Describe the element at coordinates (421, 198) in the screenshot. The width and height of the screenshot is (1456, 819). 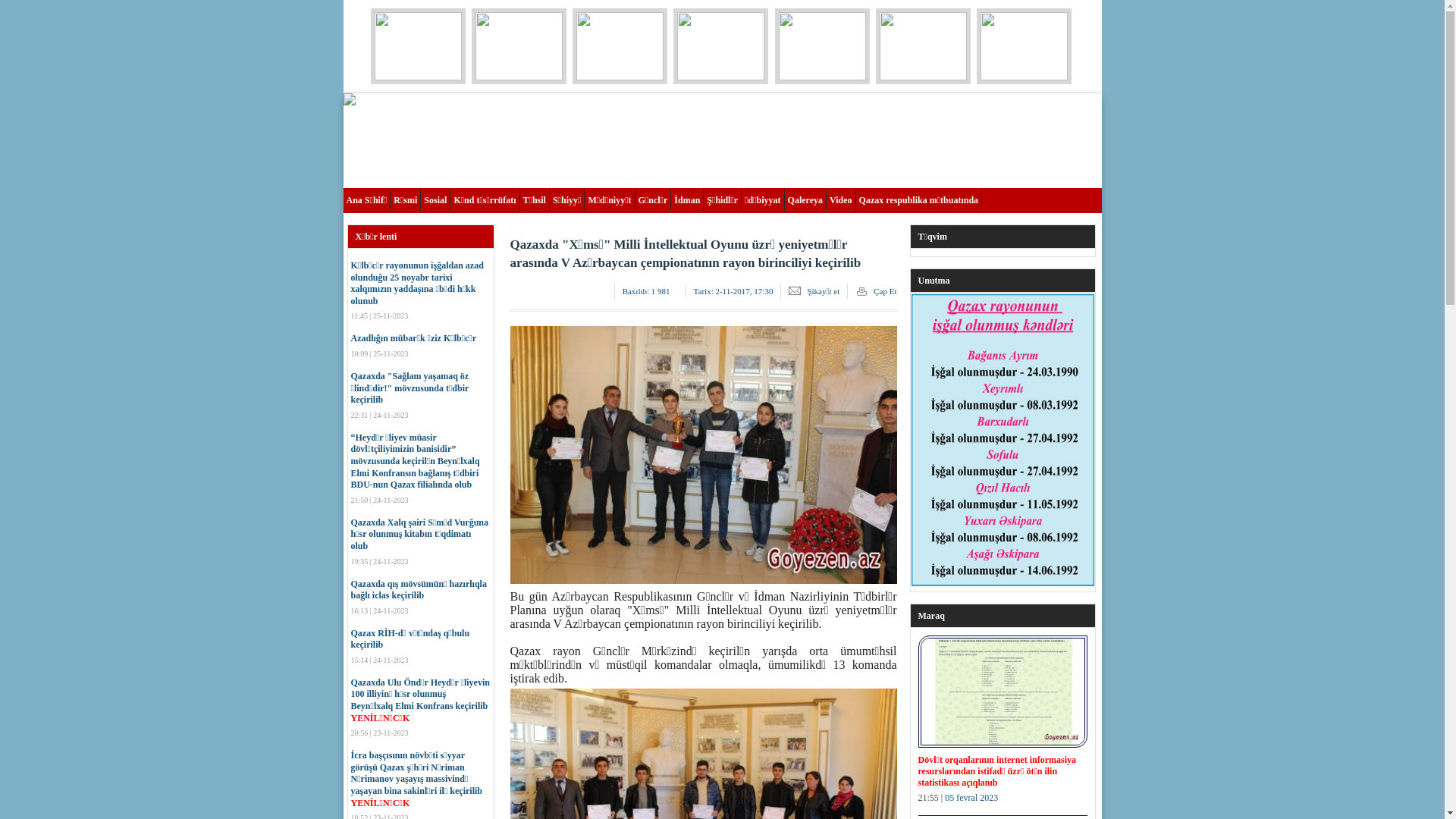
I see `'Sosial'` at that location.